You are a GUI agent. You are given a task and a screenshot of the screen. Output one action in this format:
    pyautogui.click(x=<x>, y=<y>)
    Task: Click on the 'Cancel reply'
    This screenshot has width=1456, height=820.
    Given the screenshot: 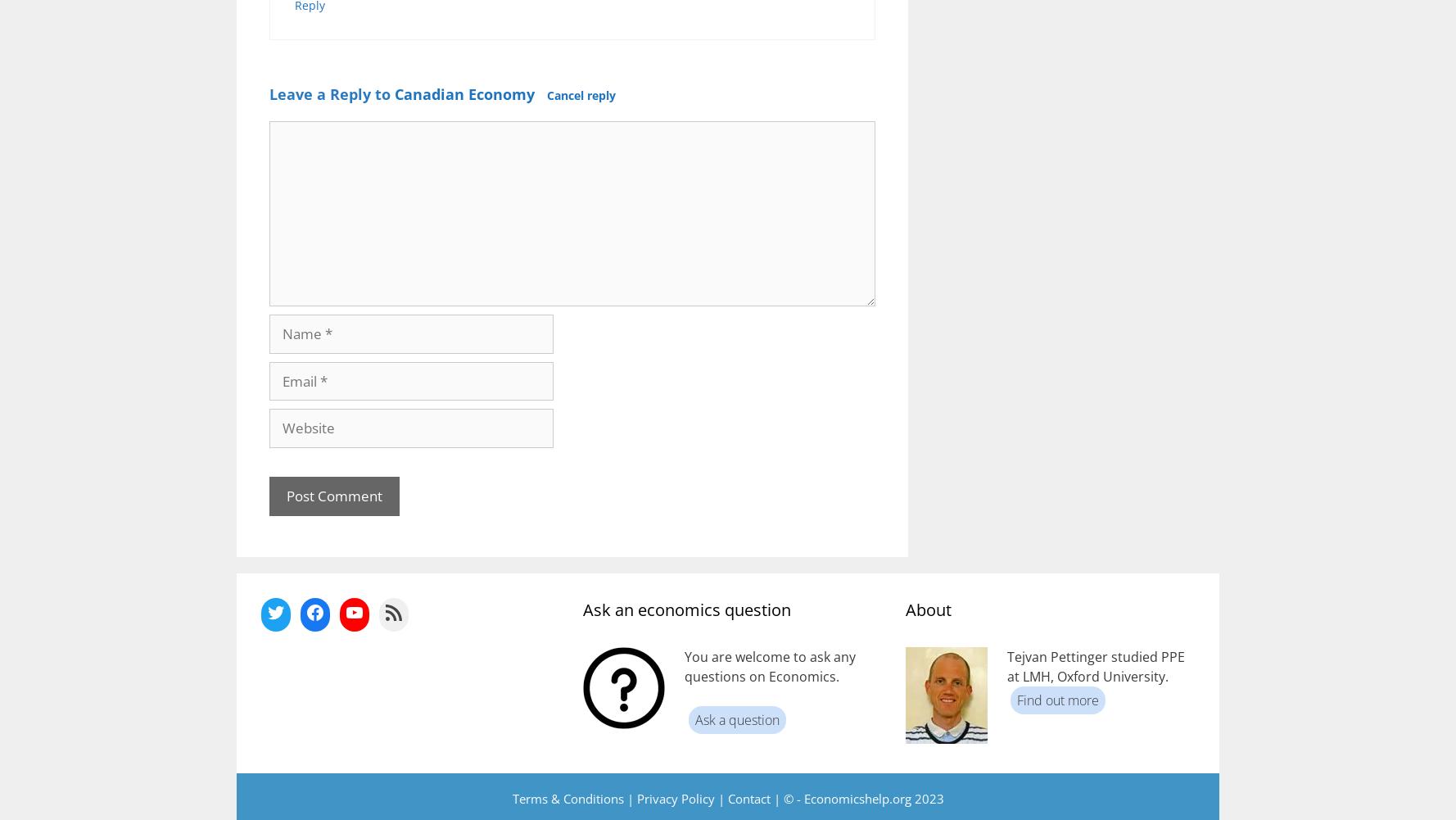 What is the action you would take?
    pyautogui.click(x=546, y=94)
    